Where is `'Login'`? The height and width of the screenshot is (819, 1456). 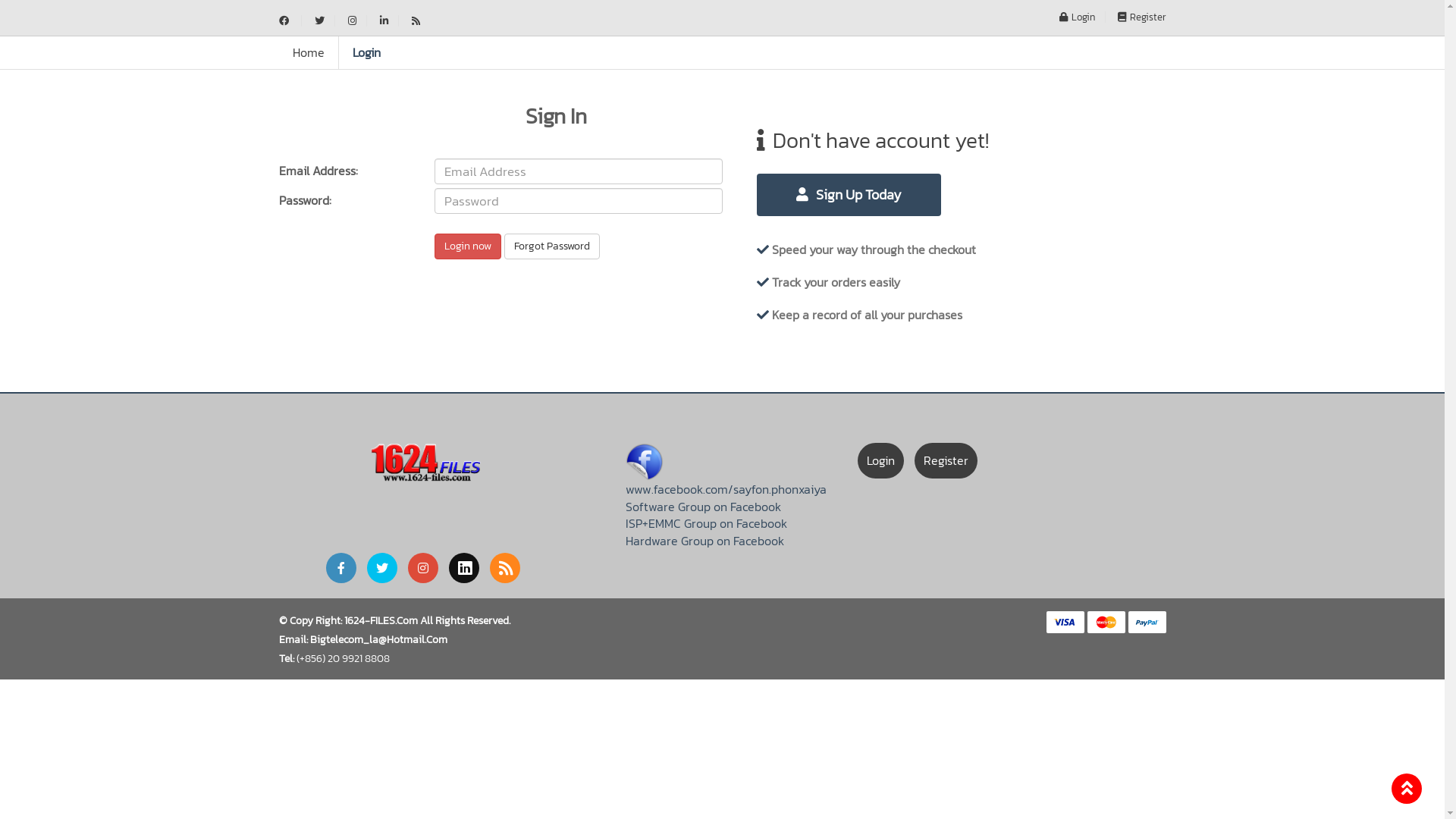 'Login' is located at coordinates (858, 460).